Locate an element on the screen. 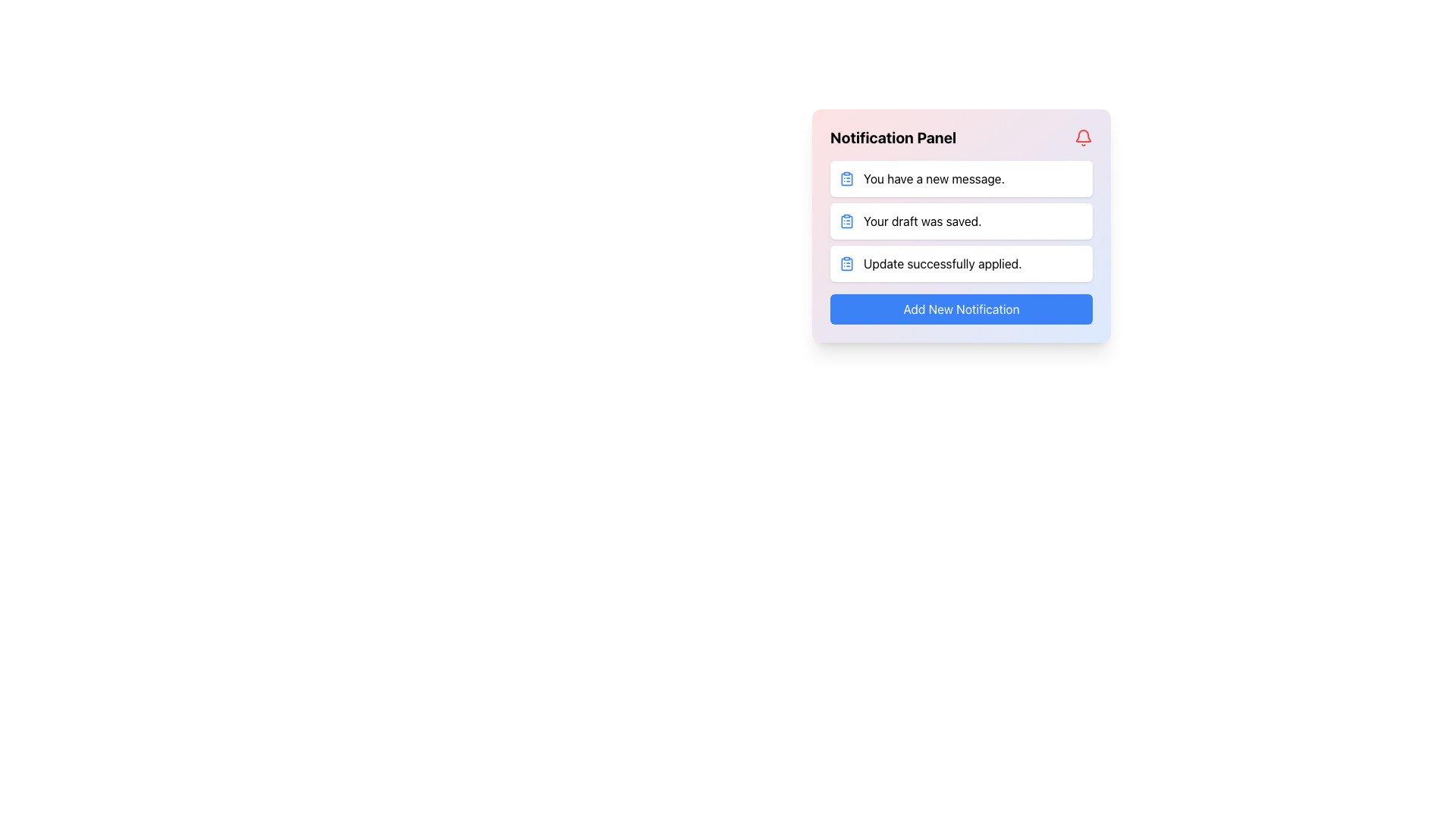 The height and width of the screenshot is (819, 1456). title label of the notification card located in the top-left corner of the card's header section, positioned to the left of the bell-shaped icon is located at coordinates (893, 137).